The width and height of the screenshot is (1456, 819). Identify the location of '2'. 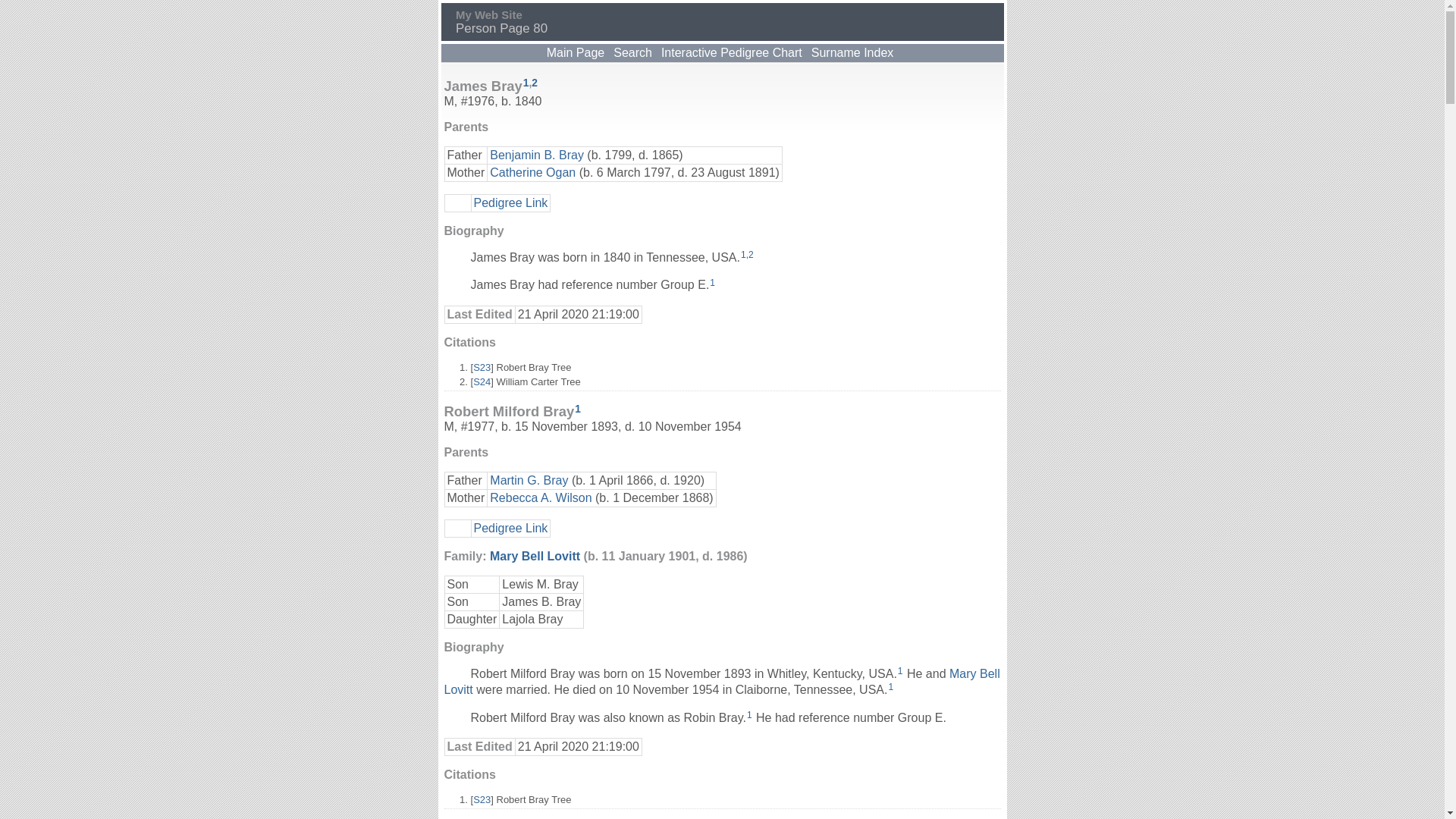
(535, 83).